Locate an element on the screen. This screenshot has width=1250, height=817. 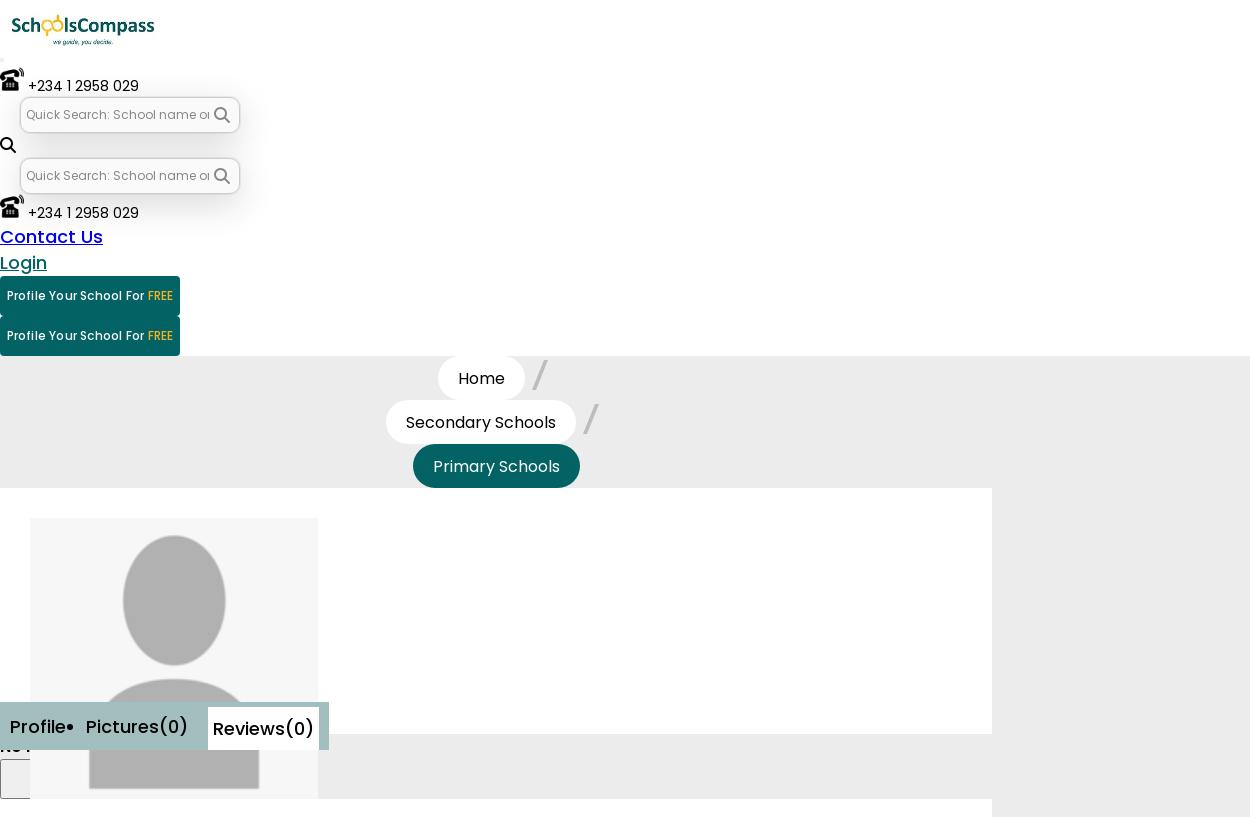
'Login' is located at coordinates (0, 262).